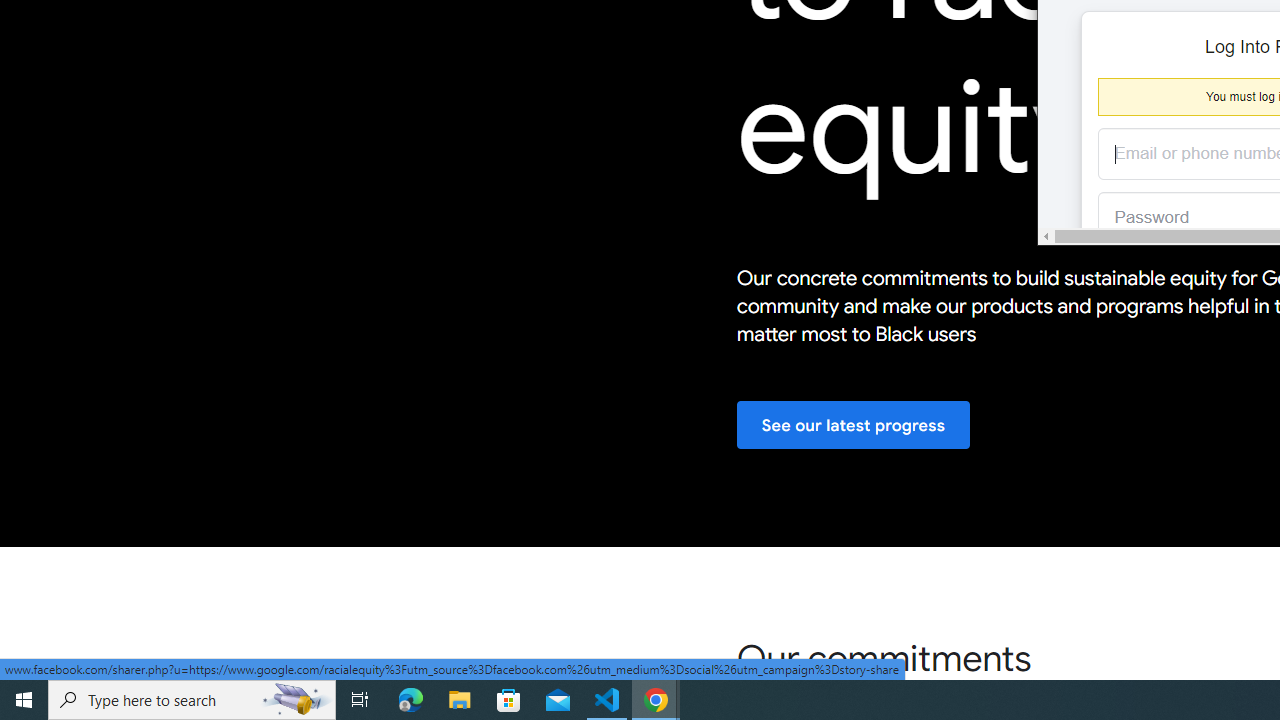  I want to click on 'Visual Studio Code - 1 running window', so click(606, 698).